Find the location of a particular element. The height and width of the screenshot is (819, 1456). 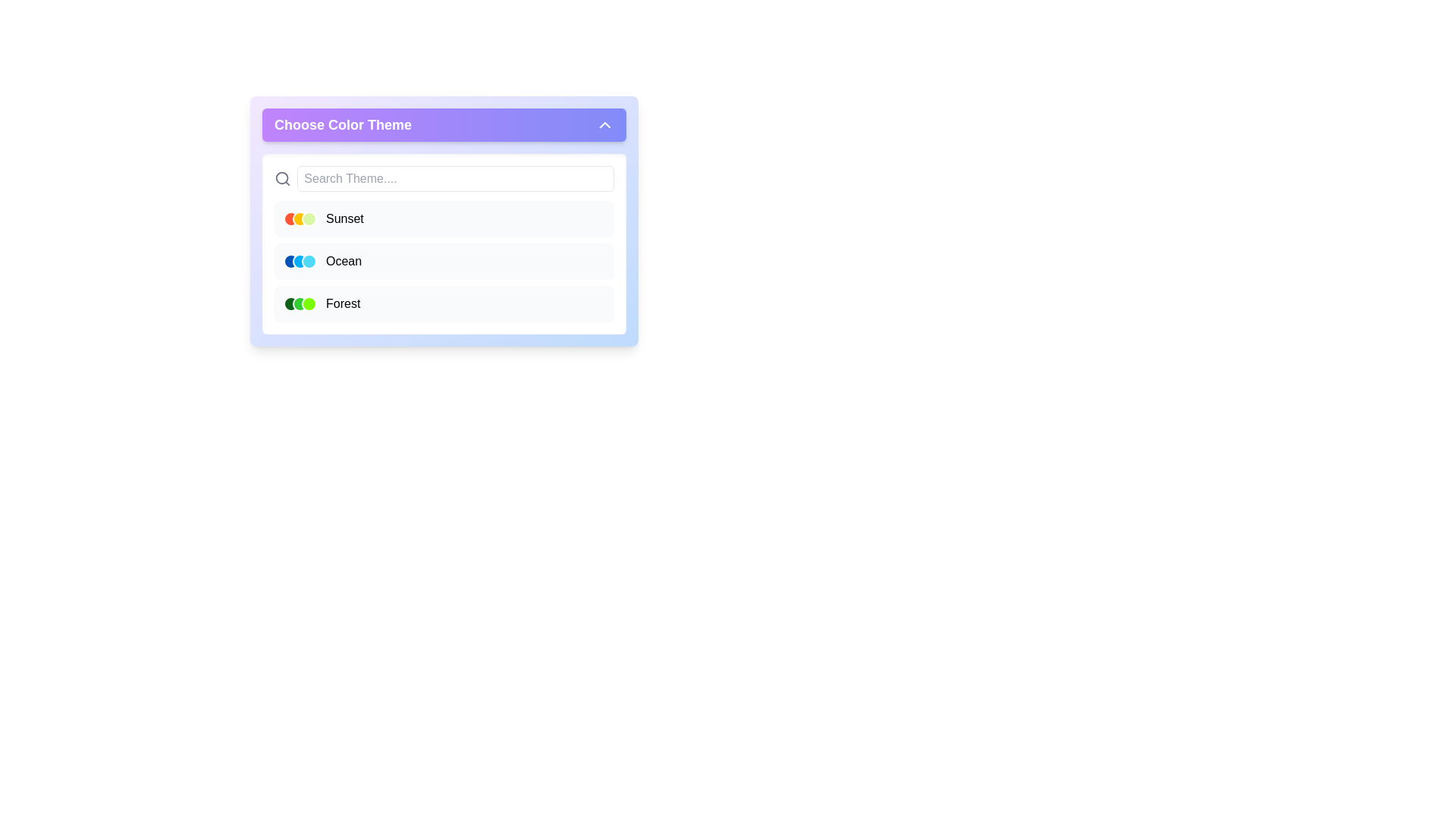

the first selectable option in the theme selector dropdown that allows the user to choose the 'Sunset' color theme, located just below the search bar is located at coordinates (443, 221).